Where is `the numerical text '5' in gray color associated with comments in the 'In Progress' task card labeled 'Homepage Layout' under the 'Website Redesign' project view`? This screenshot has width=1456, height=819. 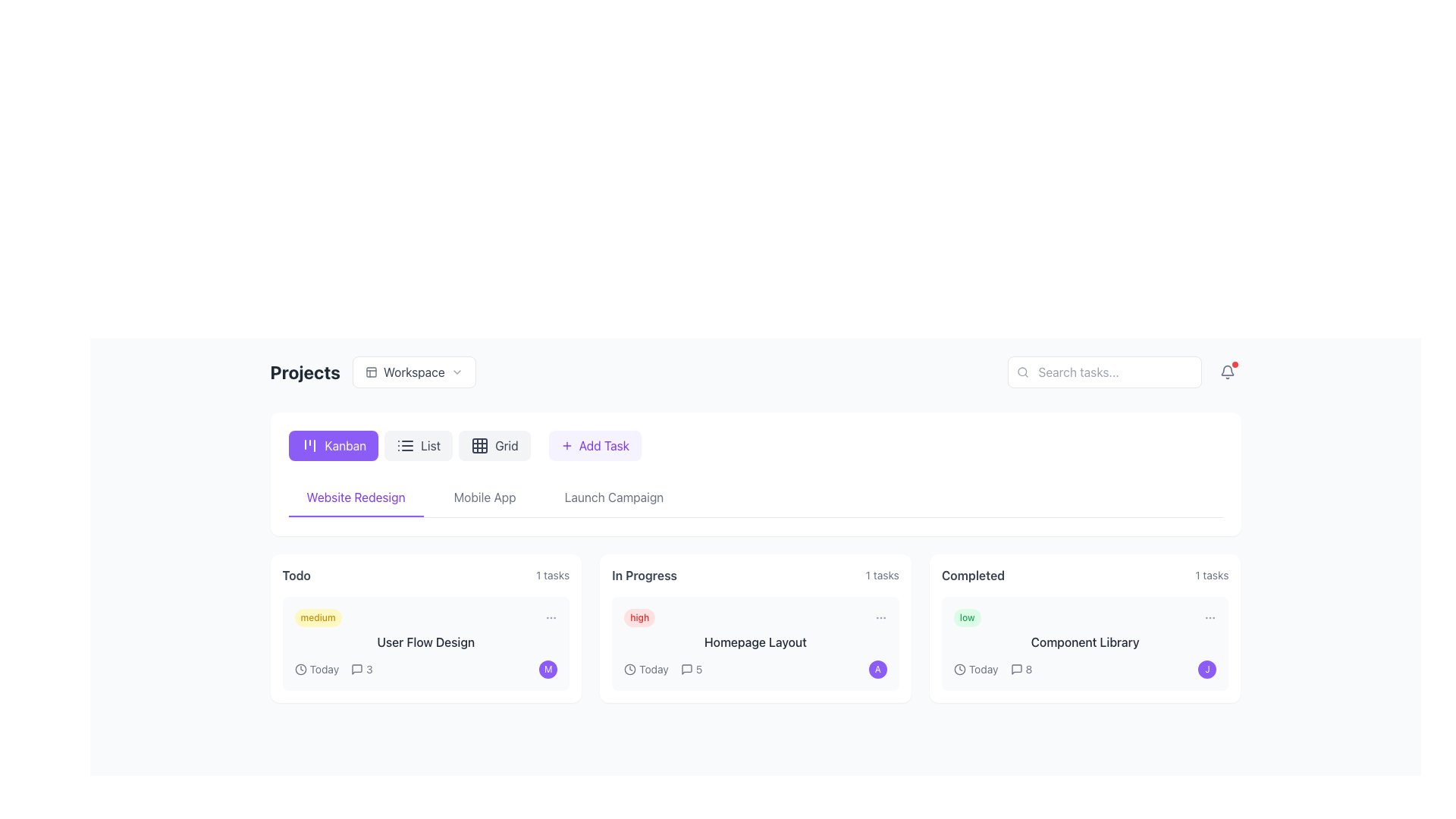
the numerical text '5' in gray color associated with comments in the 'In Progress' task card labeled 'Homepage Layout' under the 'Website Redesign' project view is located at coordinates (698, 669).